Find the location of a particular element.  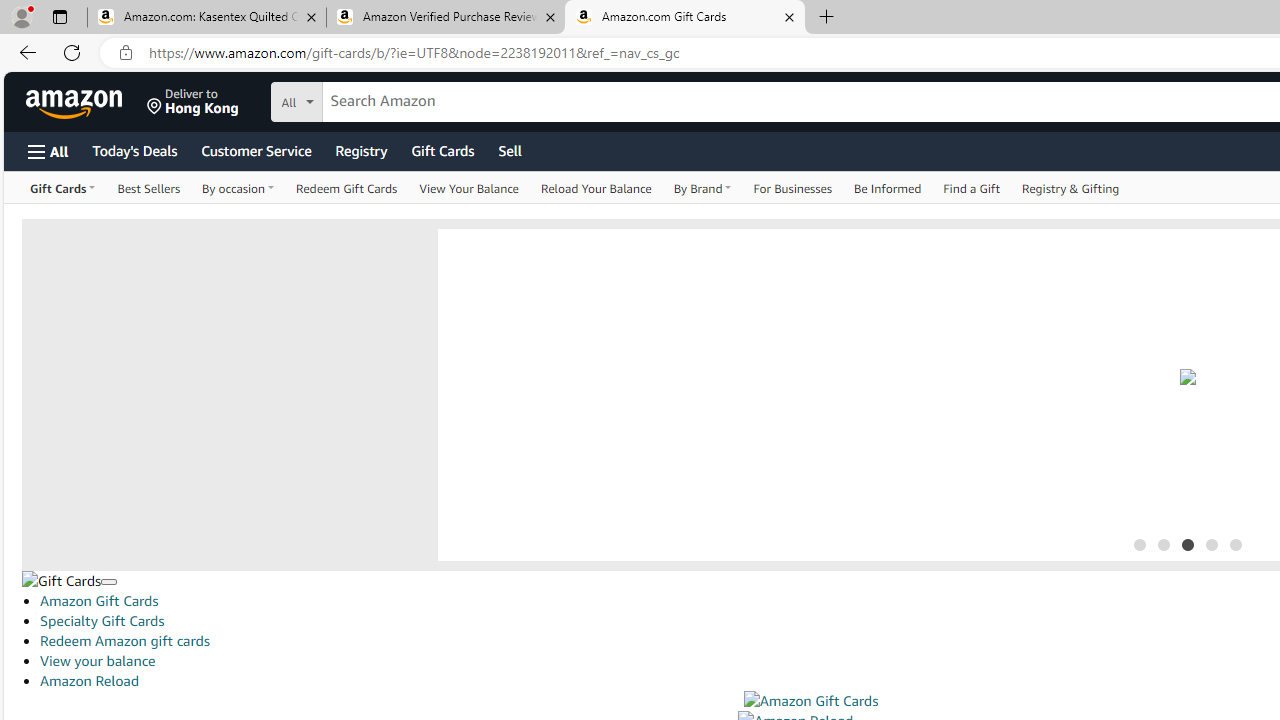

'Today' is located at coordinates (133, 149).